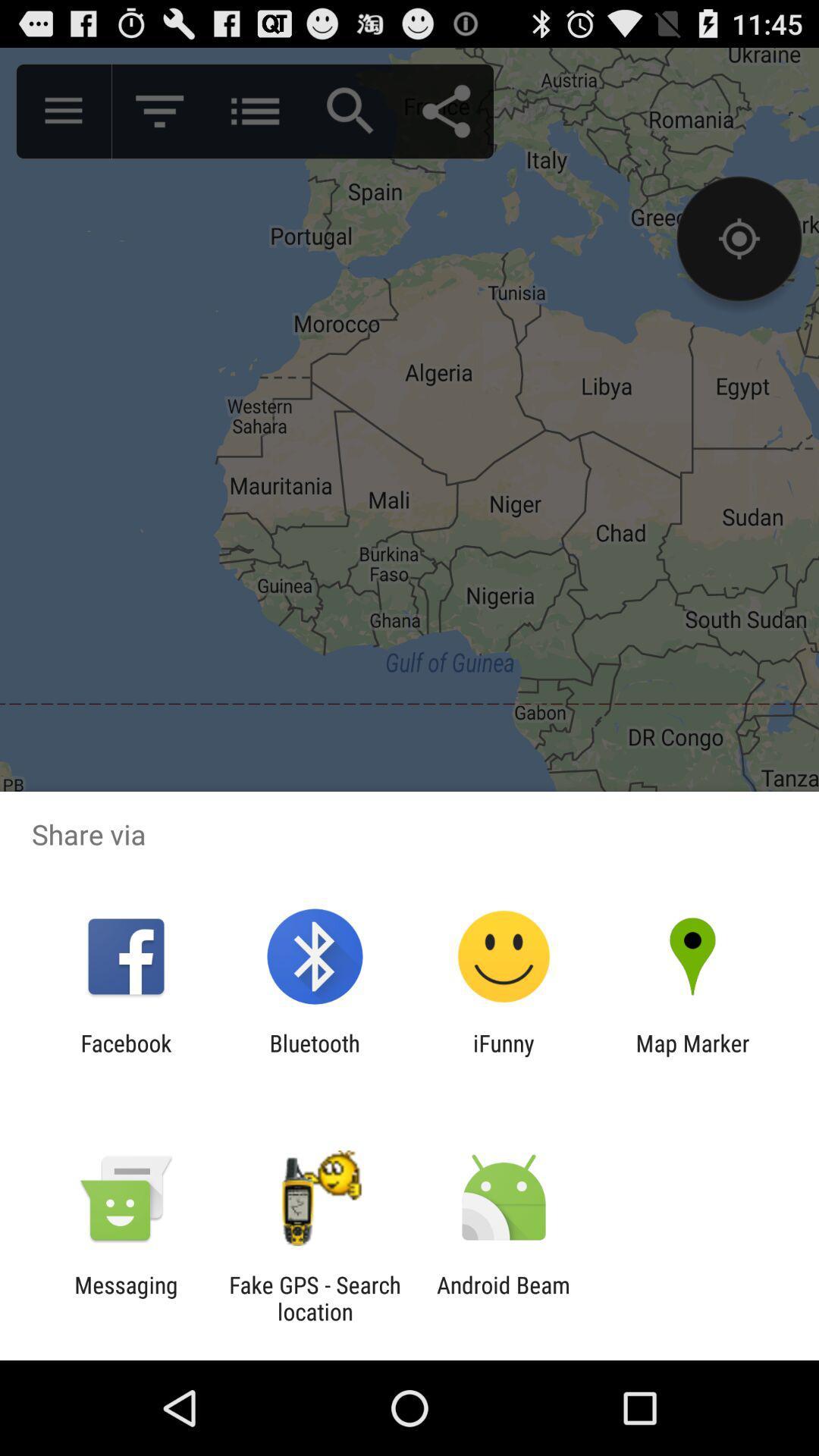  I want to click on the facebook icon, so click(125, 1056).